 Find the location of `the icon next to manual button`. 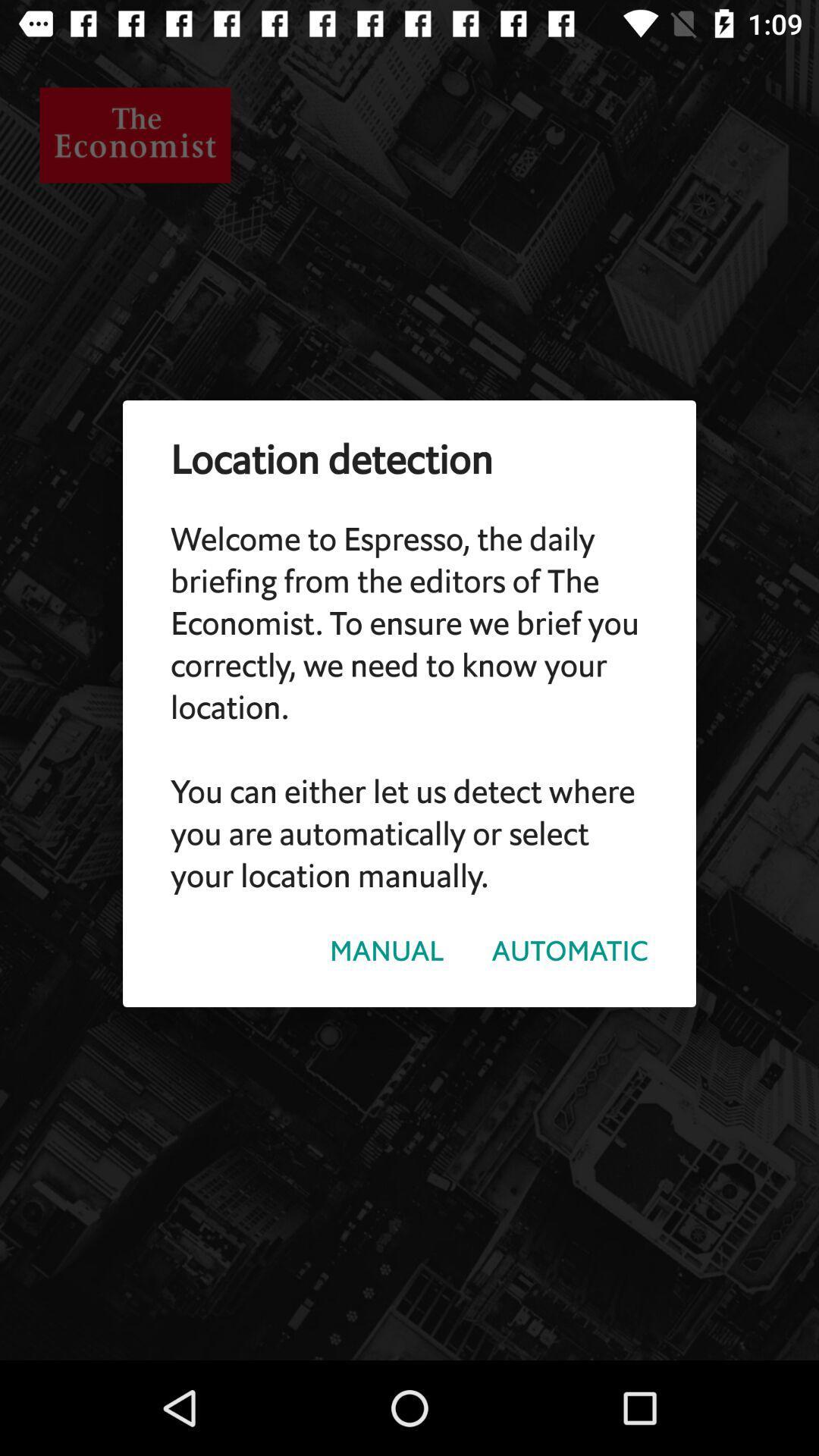

the icon next to manual button is located at coordinates (570, 950).